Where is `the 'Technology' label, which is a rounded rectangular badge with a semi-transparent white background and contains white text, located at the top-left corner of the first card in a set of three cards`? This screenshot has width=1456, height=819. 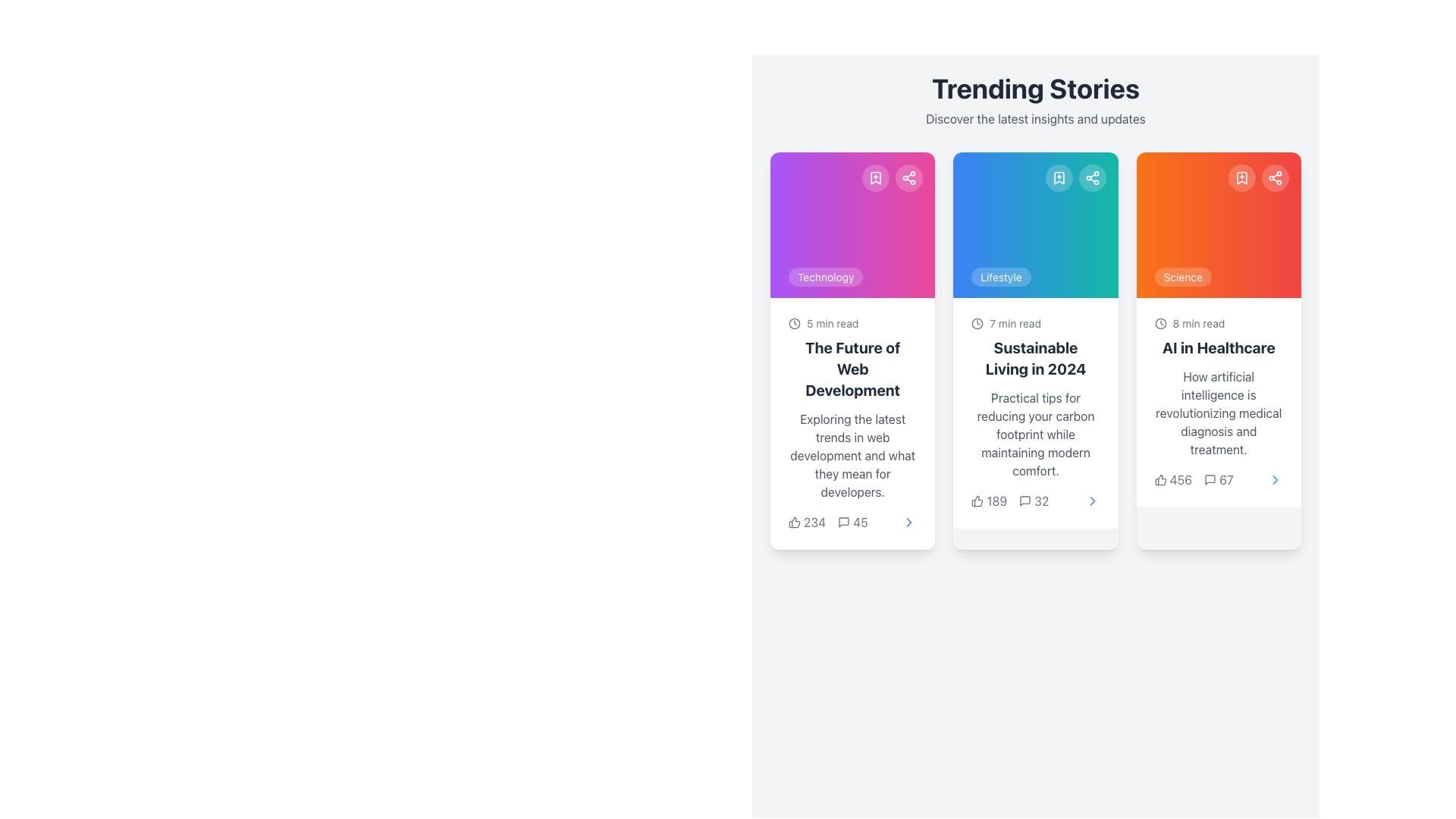
the 'Technology' label, which is a rounded rectangular badge with a semi-transparent white background and contains white text, located at the top-left corner of the first card in a set of three cards is located at coordinates (825, 277).